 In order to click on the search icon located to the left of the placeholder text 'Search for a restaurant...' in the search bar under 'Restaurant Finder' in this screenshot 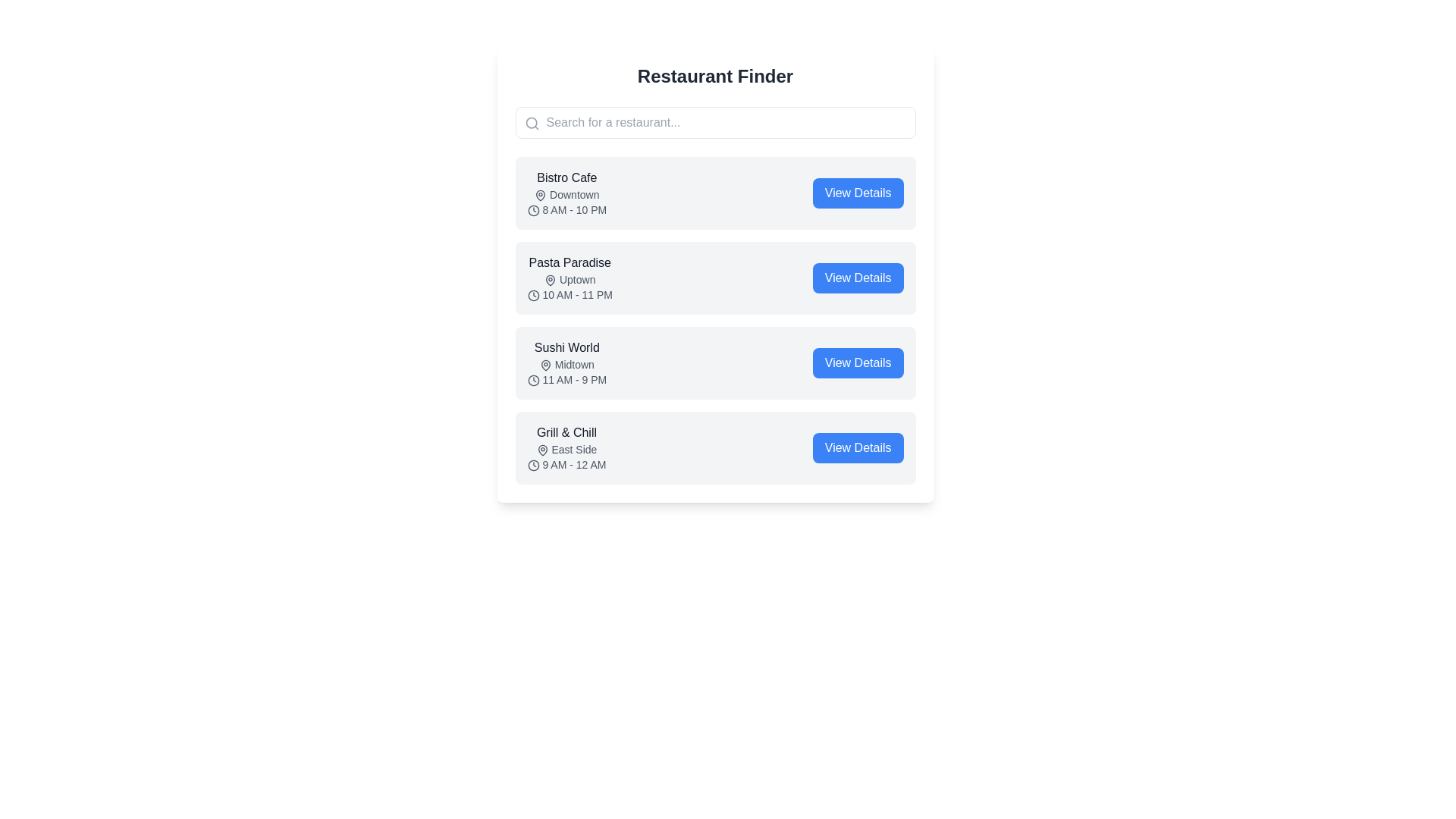, I will do `click(532, 122)`.